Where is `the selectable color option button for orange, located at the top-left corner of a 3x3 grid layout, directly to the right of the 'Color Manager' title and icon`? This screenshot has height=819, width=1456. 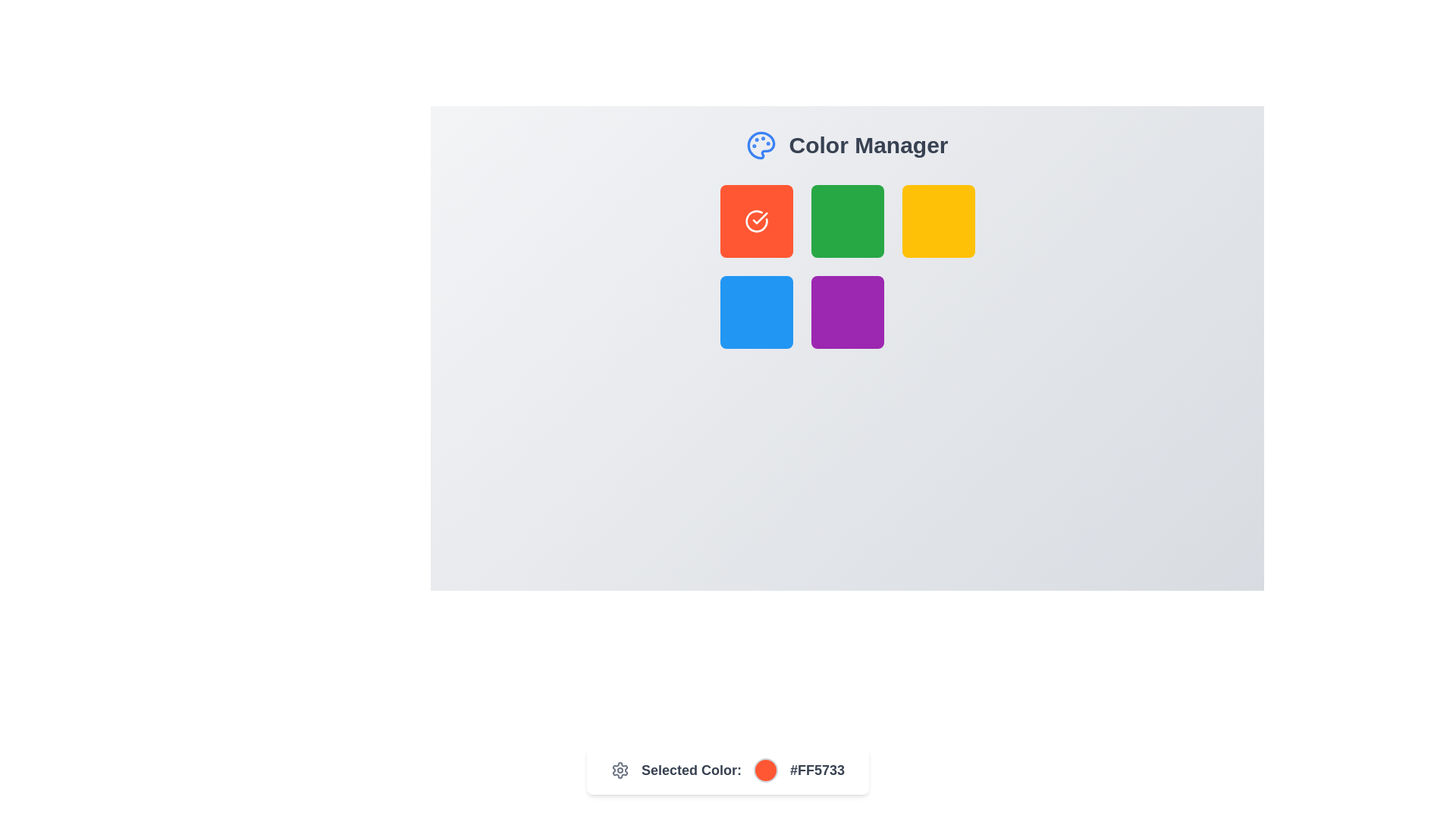
the selectable color option button for orange, located at the top-left corner of a 3x3 grid layout, directly to the right of the 'Color Manager' title and icon is located at coordinates (756, 221).